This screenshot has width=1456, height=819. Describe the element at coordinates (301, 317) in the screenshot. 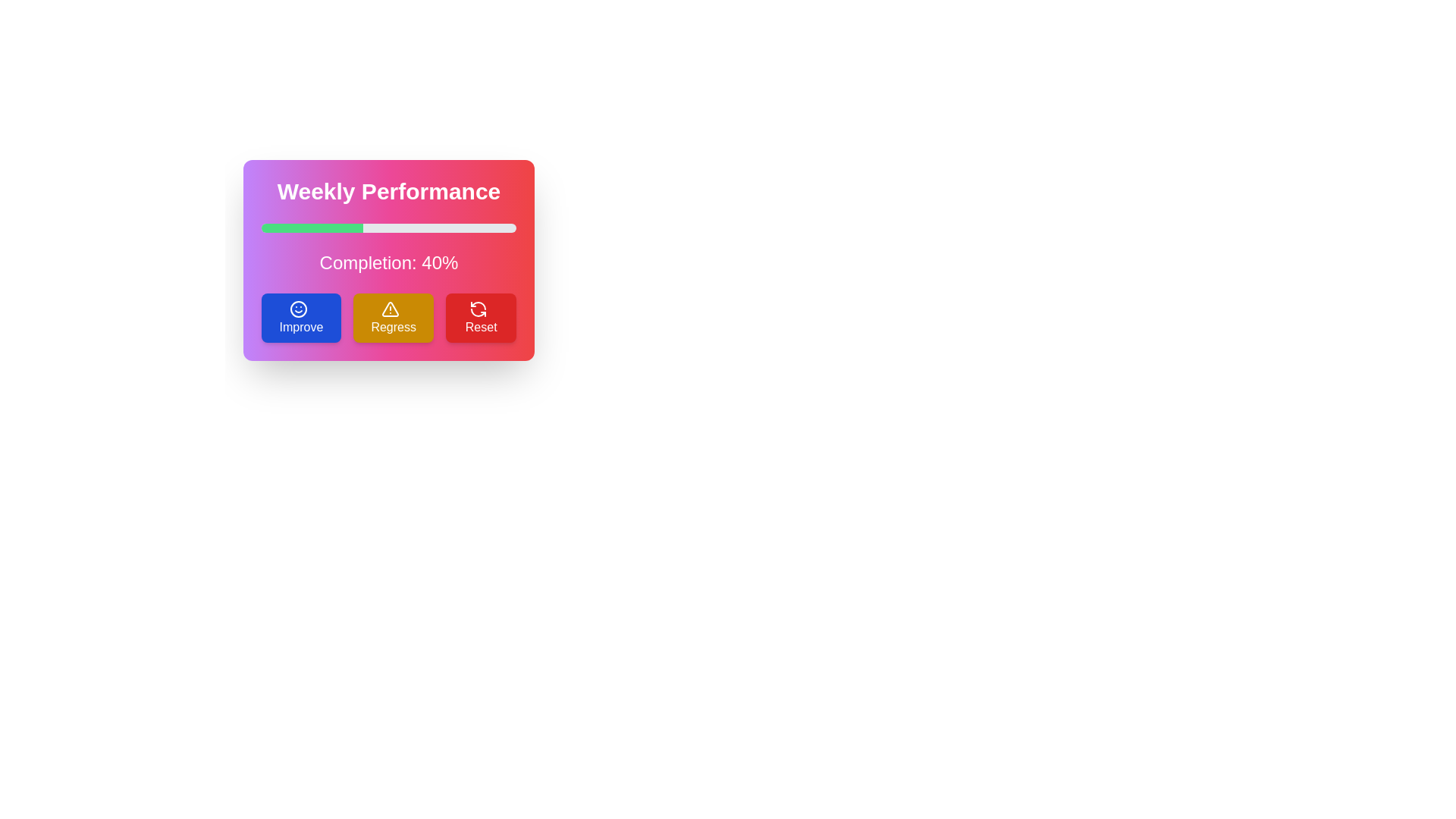

I see `the 'Improve' button, which is the first button in a horizontal group of three buttons located near the bottom of the 'Weekly Performance' panel` at that location.